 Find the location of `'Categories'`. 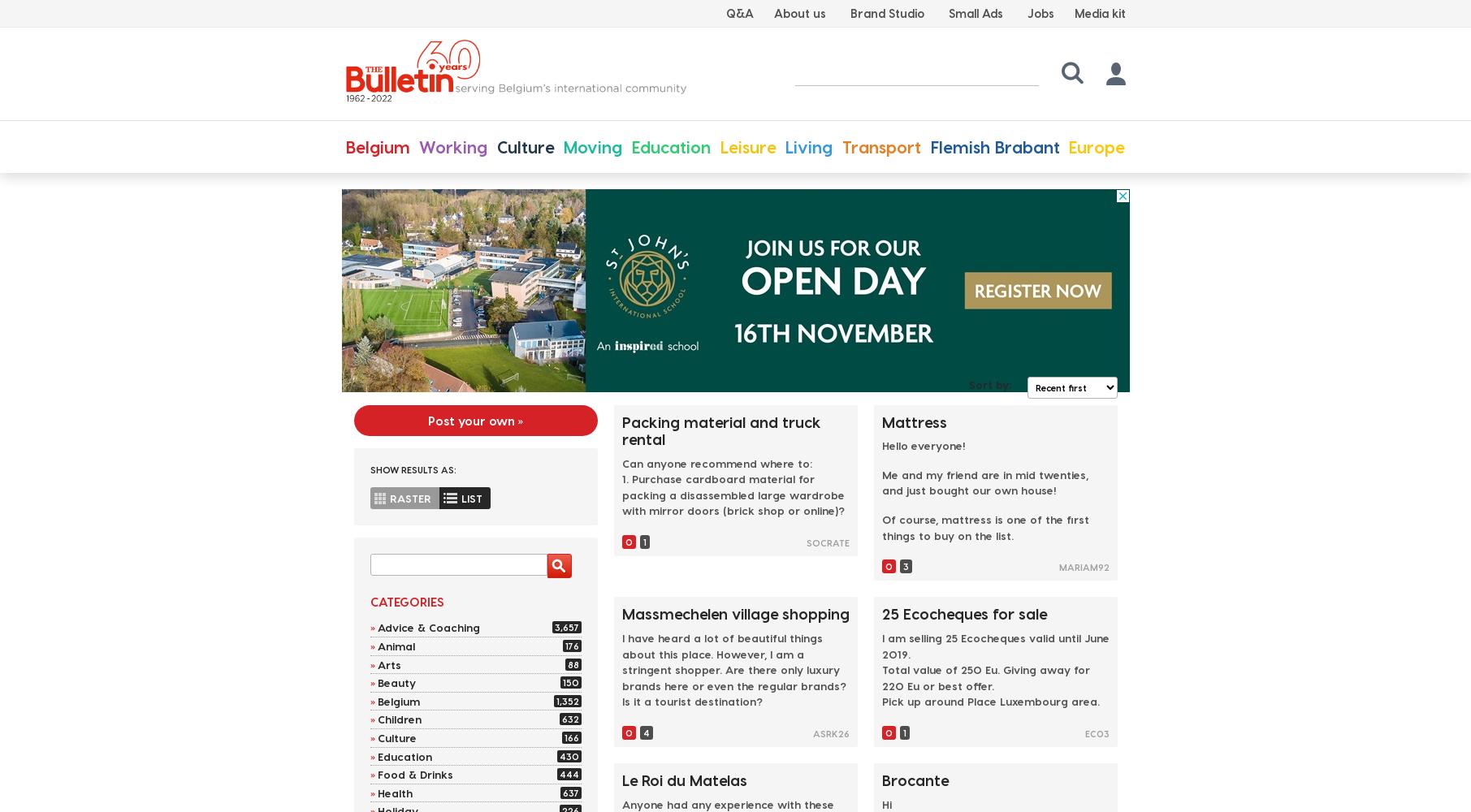

'Categories' is located at coordinates (369, 600).